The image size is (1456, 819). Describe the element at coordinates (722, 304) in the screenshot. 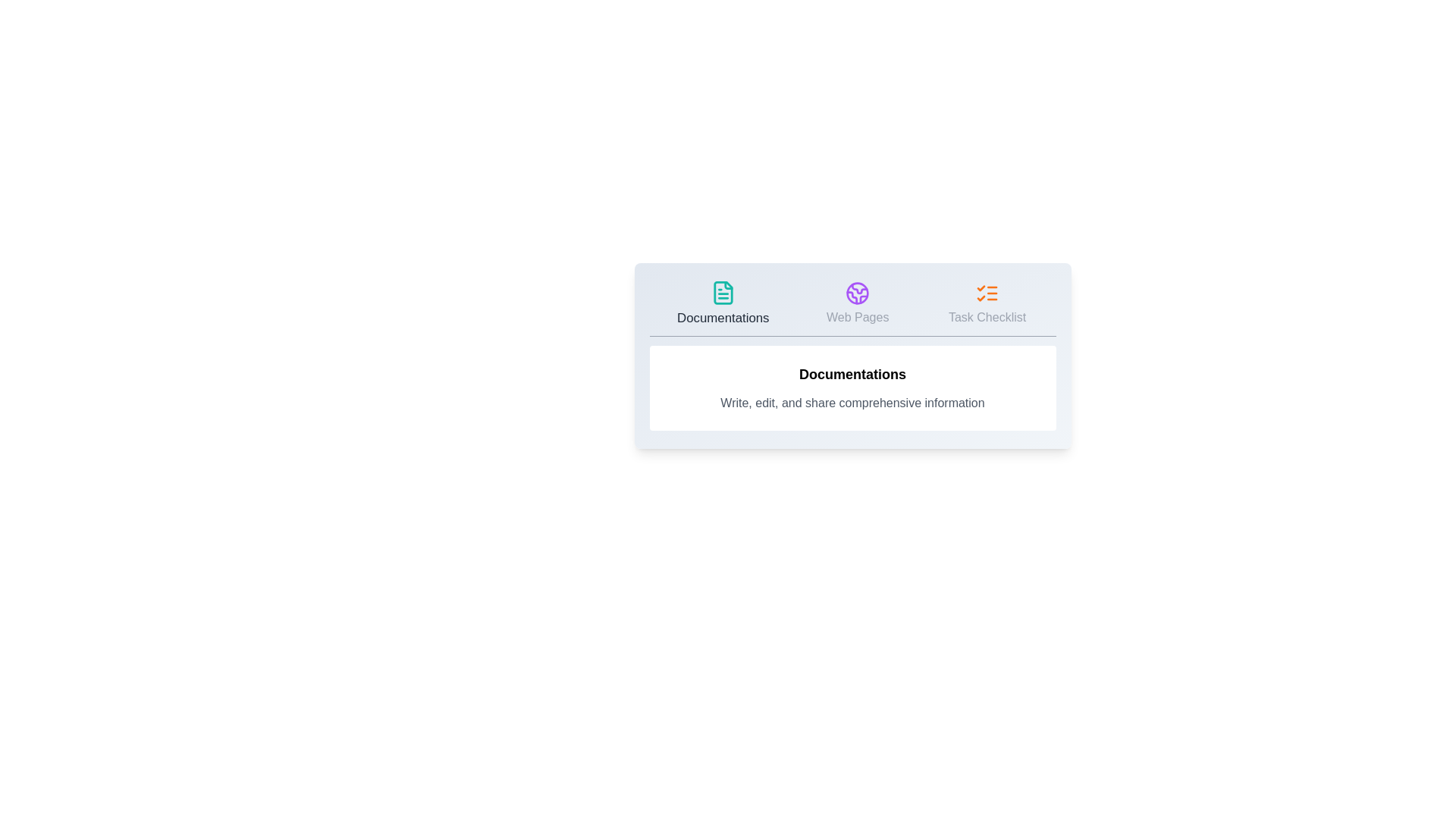

I see `the tab labeled Documentations` at that location.